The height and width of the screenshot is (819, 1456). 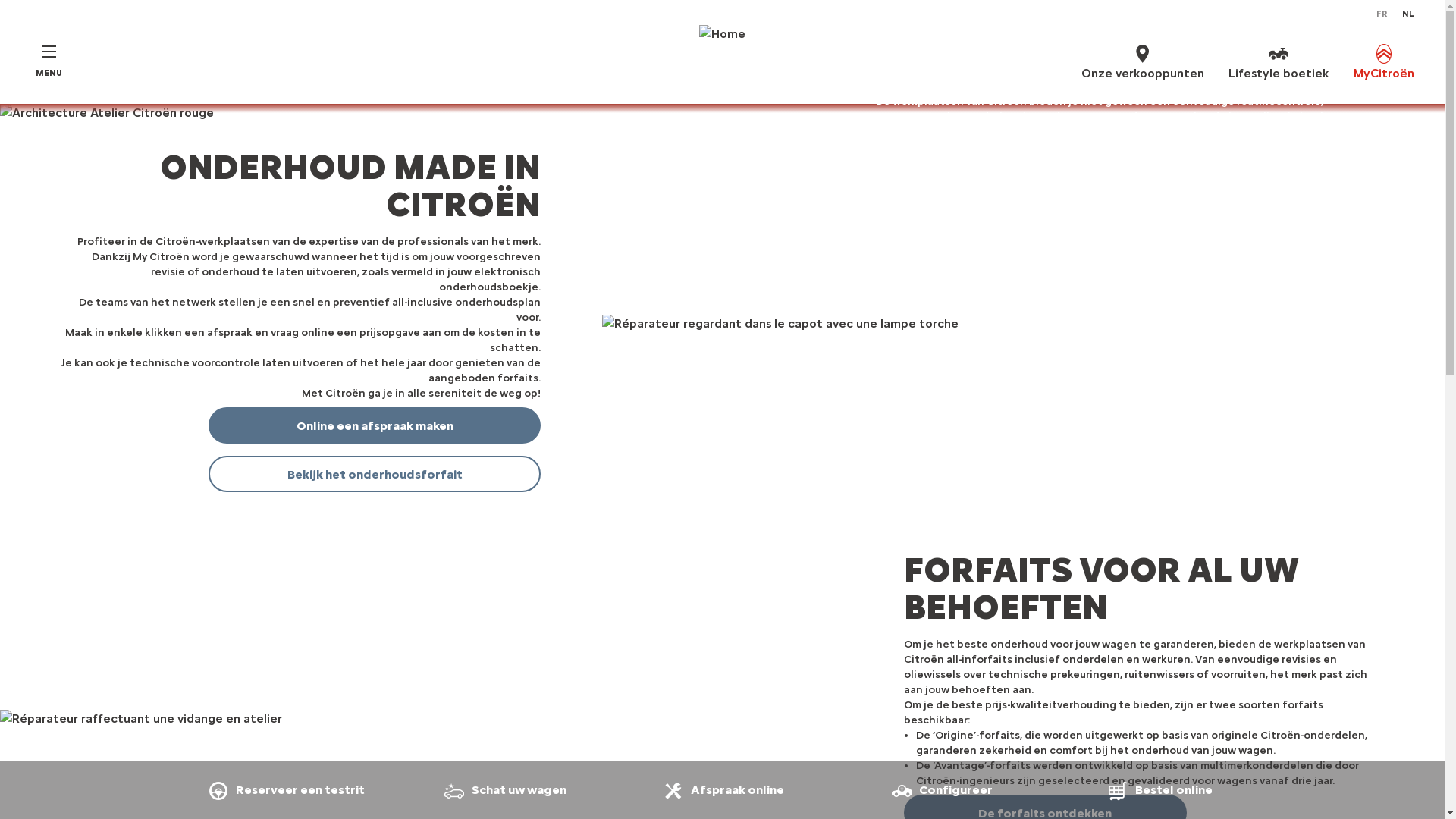 I want to click on 'Afspraak online', so click(x=722, y=789).